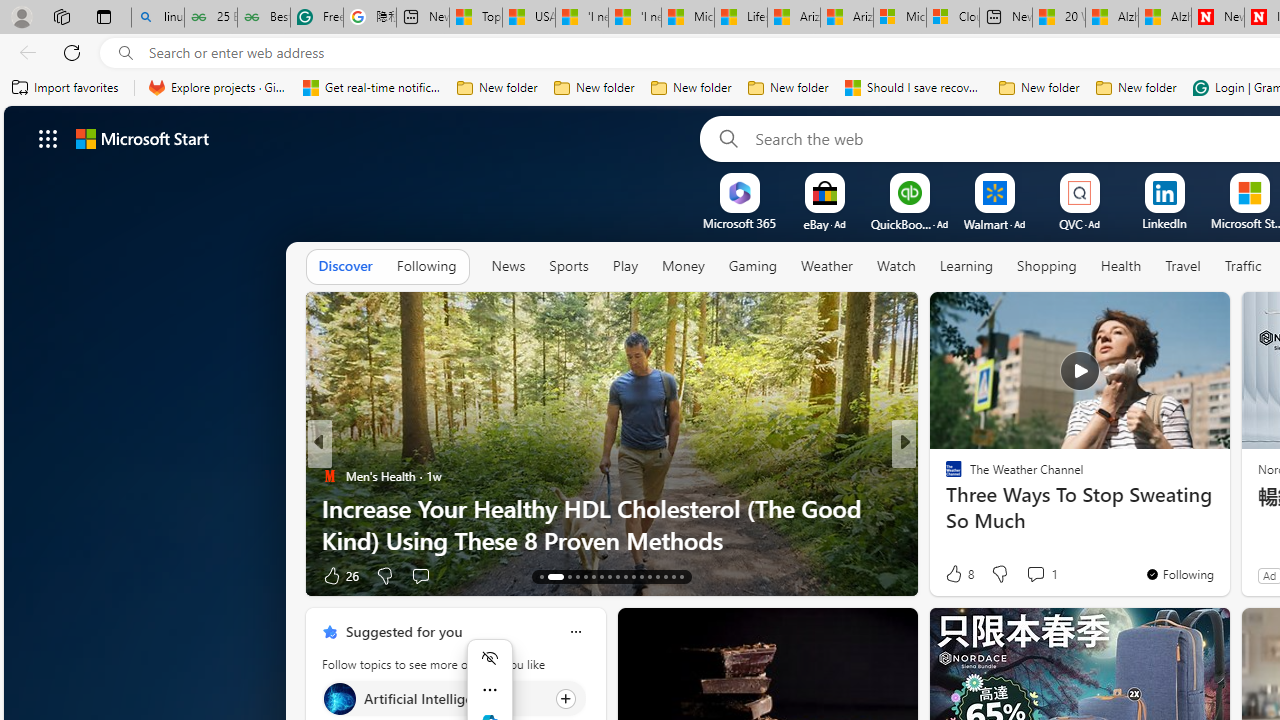 This screenshot has height=720, width=1280. What do you see at coordinates (1044, 575) in the screenshot?
I see `'View comments 65 Comment'` at bounding box center [1044, 575].